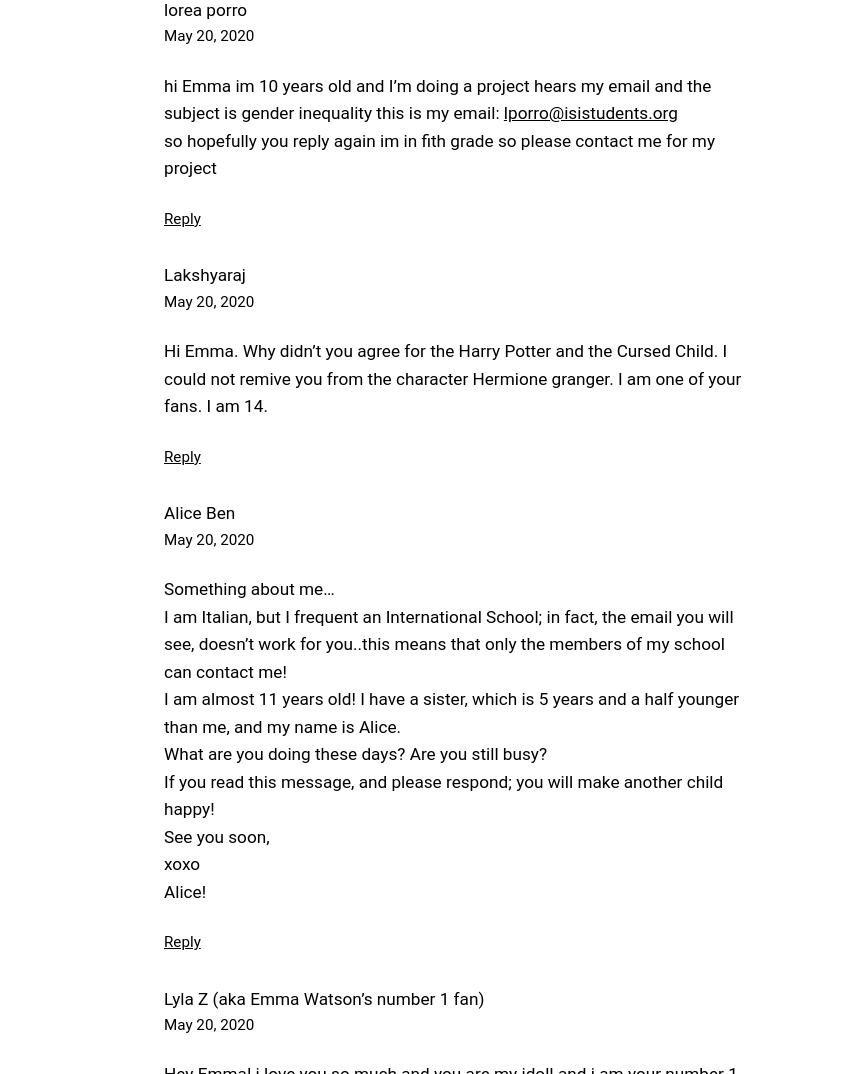  Describe the element at coordinates (438, 153) in the screenshot. I see `'so hopefully you reply again im in fith grade so please contact me for my project'` at that location.